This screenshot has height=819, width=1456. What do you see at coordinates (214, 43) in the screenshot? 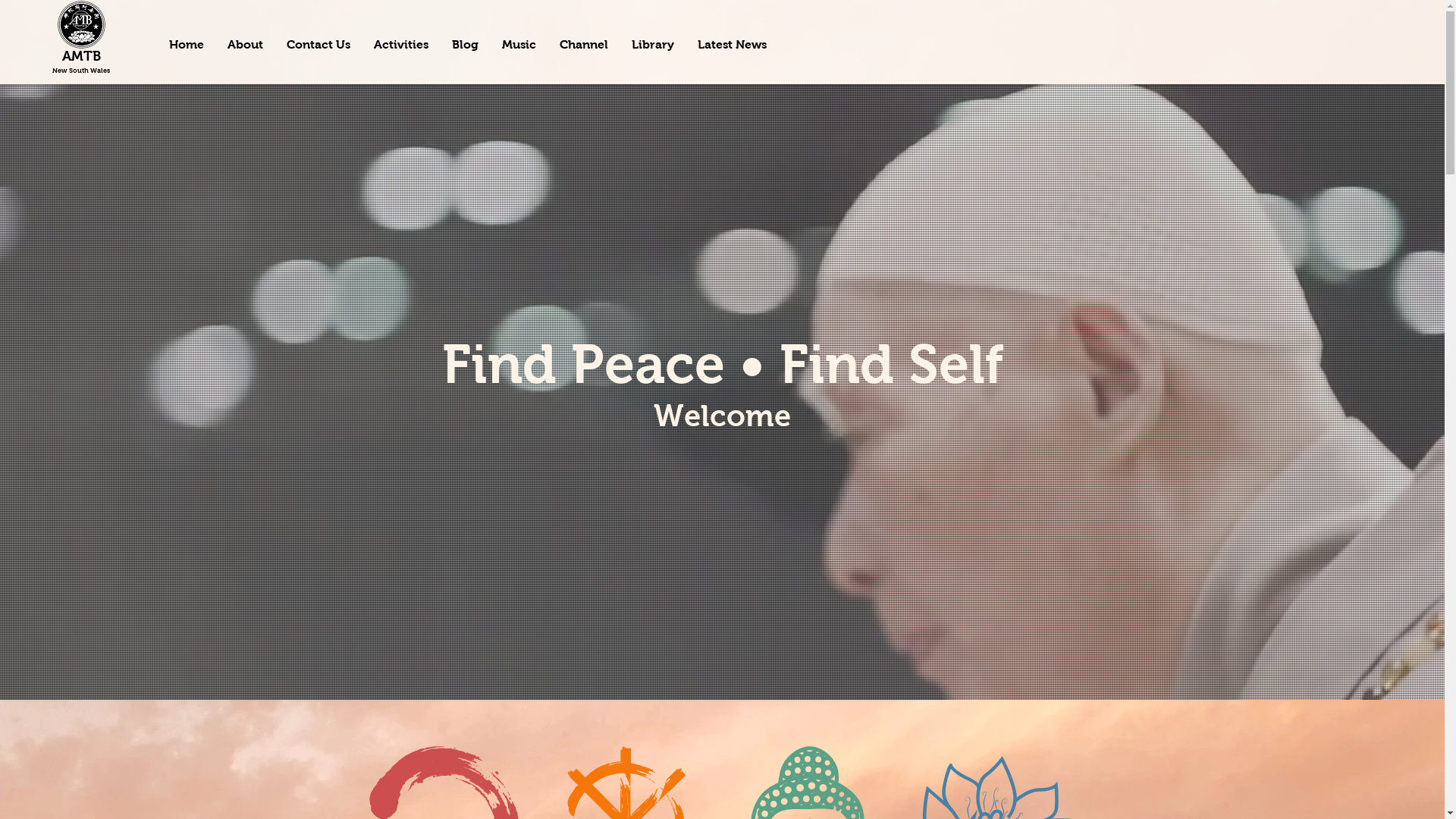
I see `'About'` at bounding box center [214, 43].